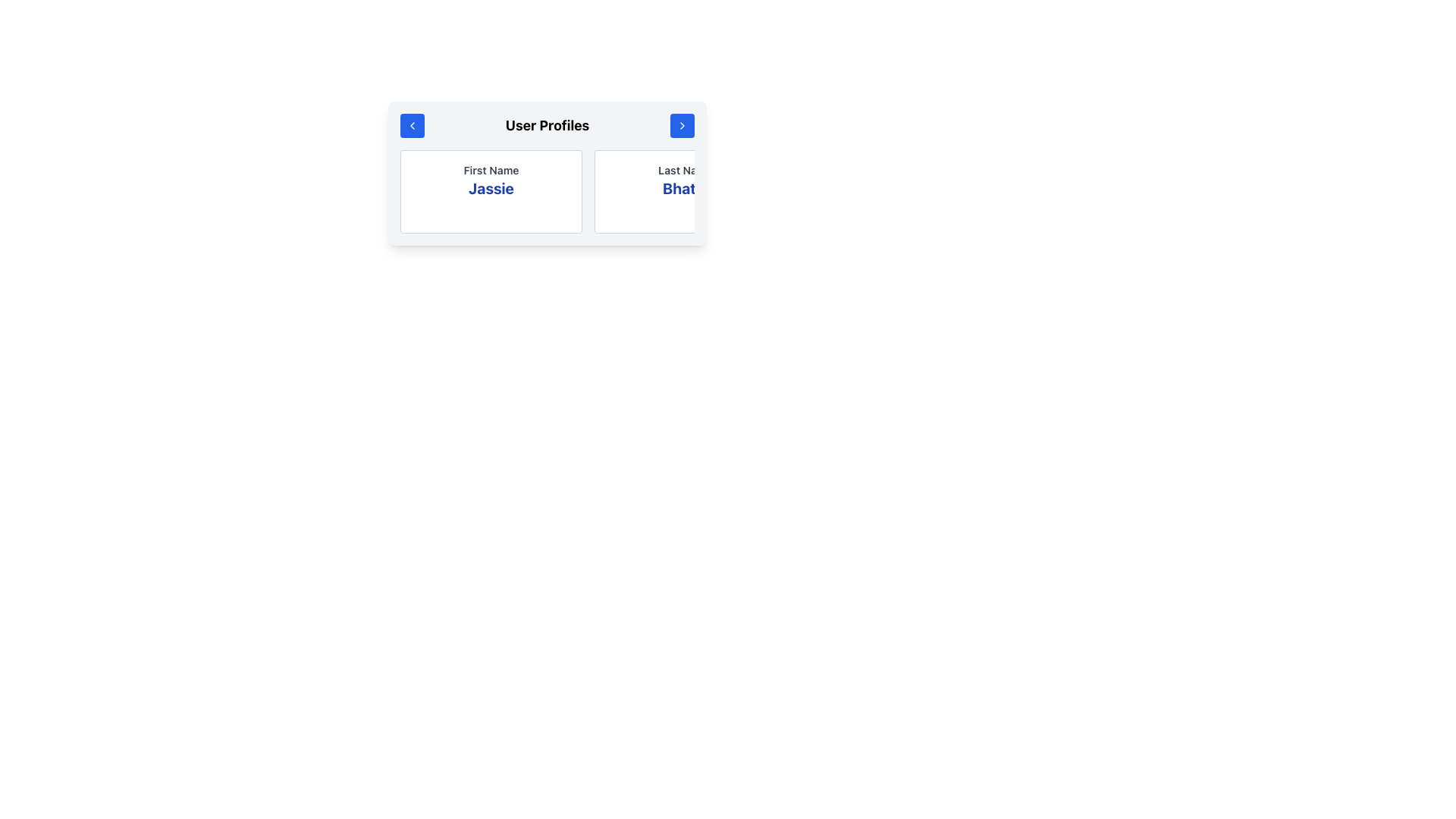 This screenshot has width=1456, height=819. What do you see at coordinates (684, 170) in the screenshot?
I see `the 'Last Name' label element, which is positioned at the top of the right card in the 'User Profiles' section` at bounding box center [684, 170].